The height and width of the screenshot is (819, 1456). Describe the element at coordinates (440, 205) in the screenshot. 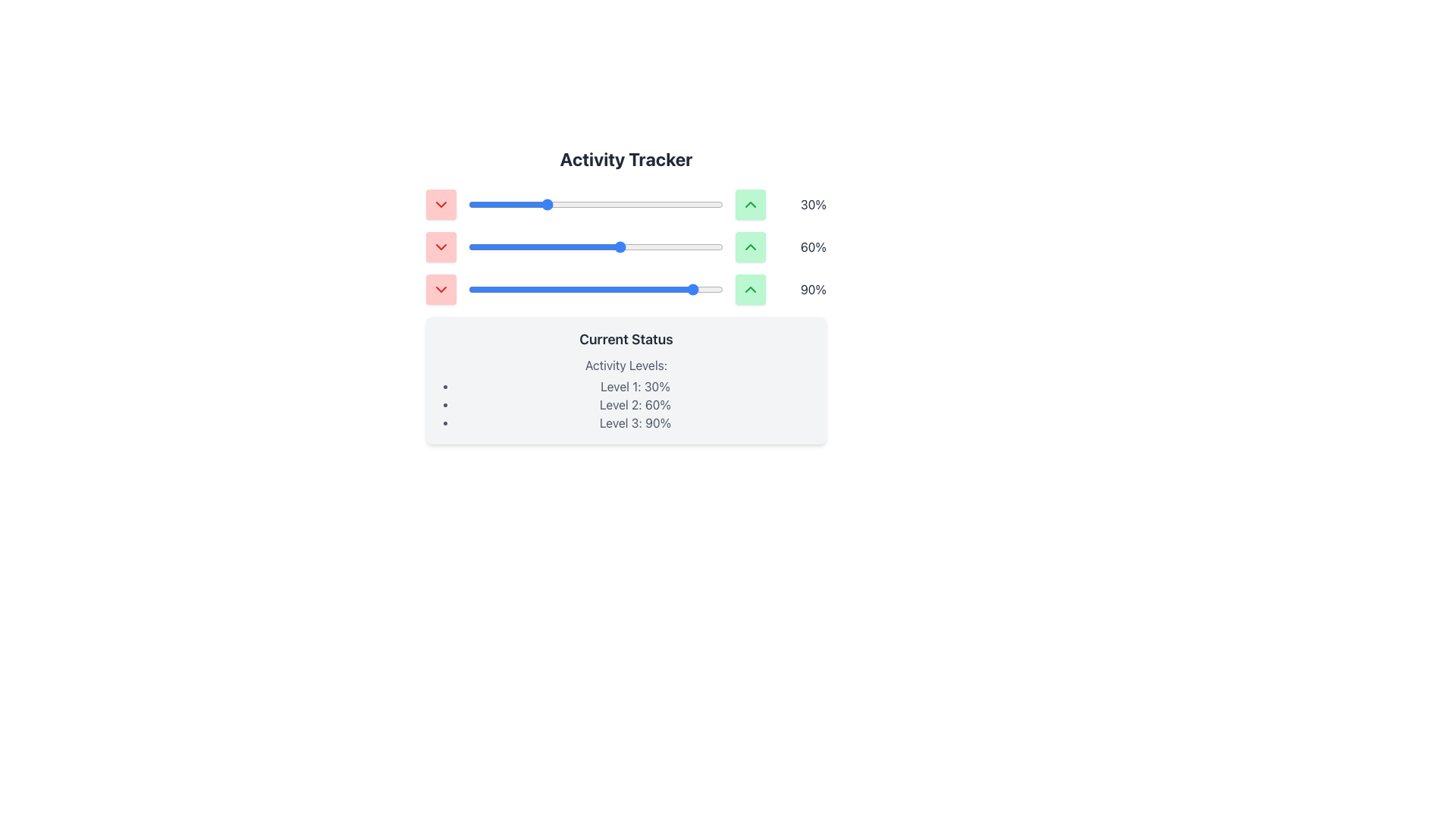

I see `the soft red button with rounded corners featuring a downward-pointing chevron icon` at that location.